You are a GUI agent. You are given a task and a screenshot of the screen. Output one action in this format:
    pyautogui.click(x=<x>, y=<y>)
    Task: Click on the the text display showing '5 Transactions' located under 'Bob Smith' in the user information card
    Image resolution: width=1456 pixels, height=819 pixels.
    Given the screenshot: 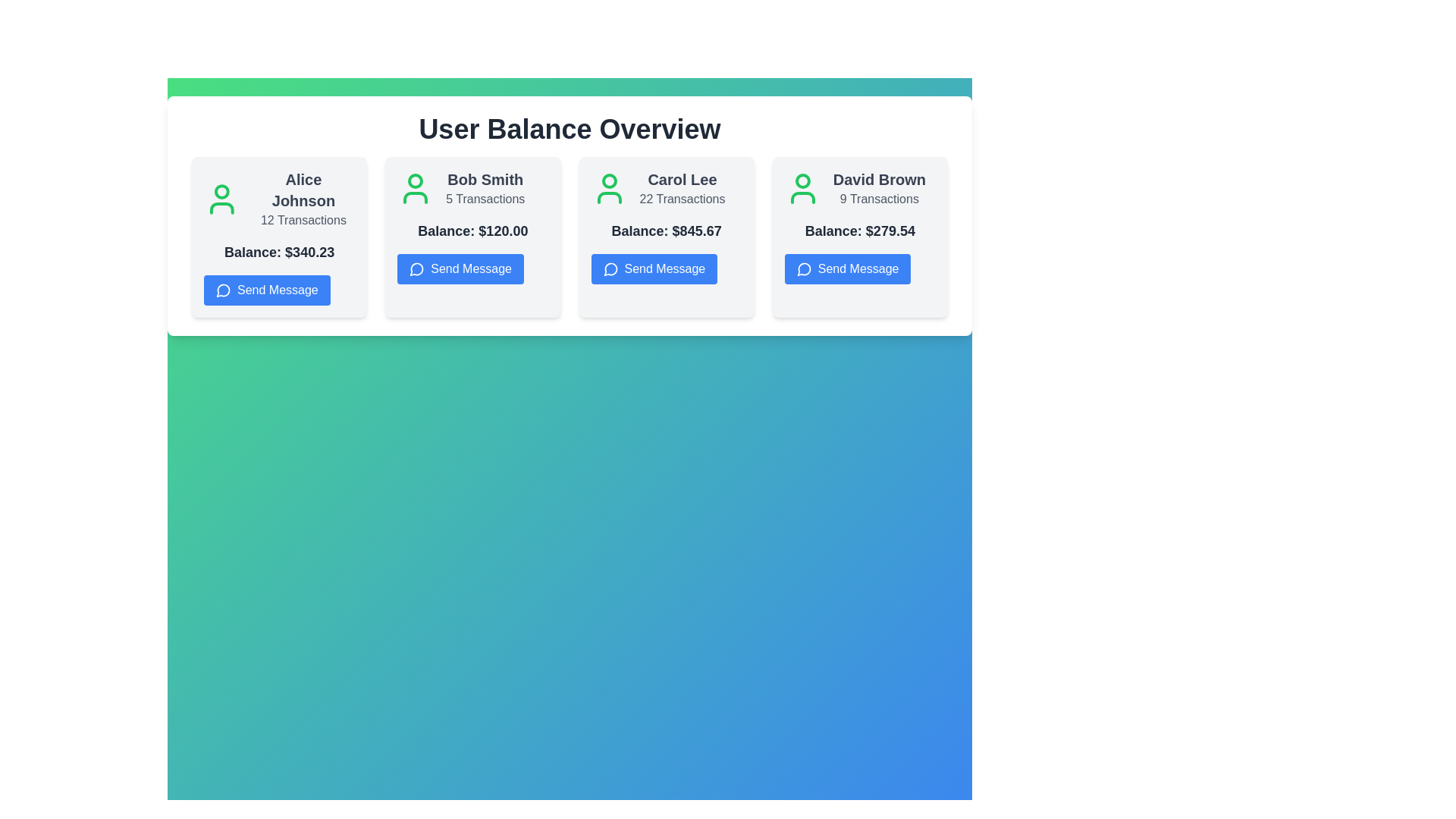 What is the action you would take?
    pyautogui.click(x=485, y=198)
    